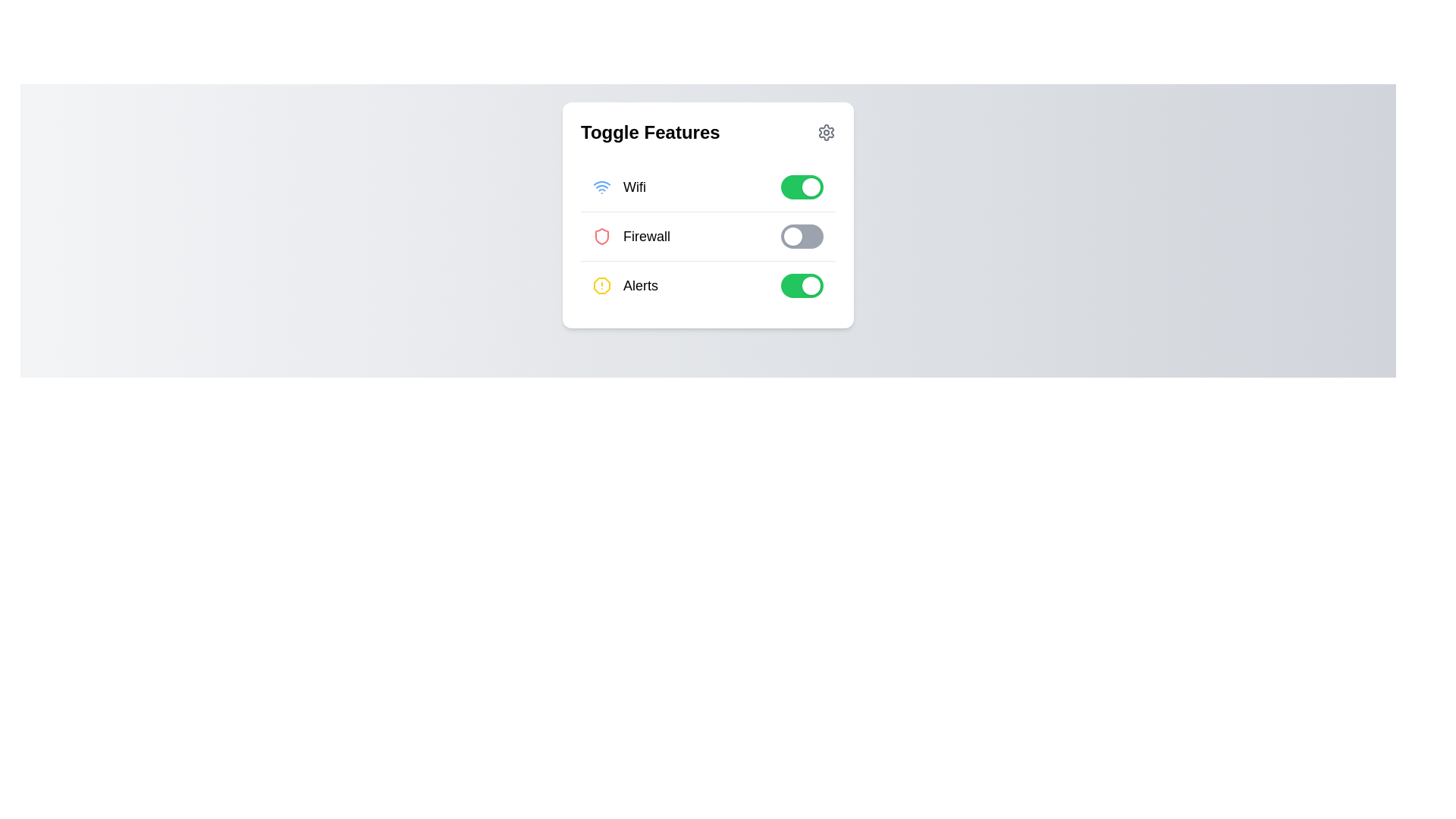 This screenshot has width=1456, height=819. I want to click on the 'Alerts' icon in the feature toggle panel, which is located to the left of the green toggle switch and aligns with the label text 'Alerts', so click(601, 286).